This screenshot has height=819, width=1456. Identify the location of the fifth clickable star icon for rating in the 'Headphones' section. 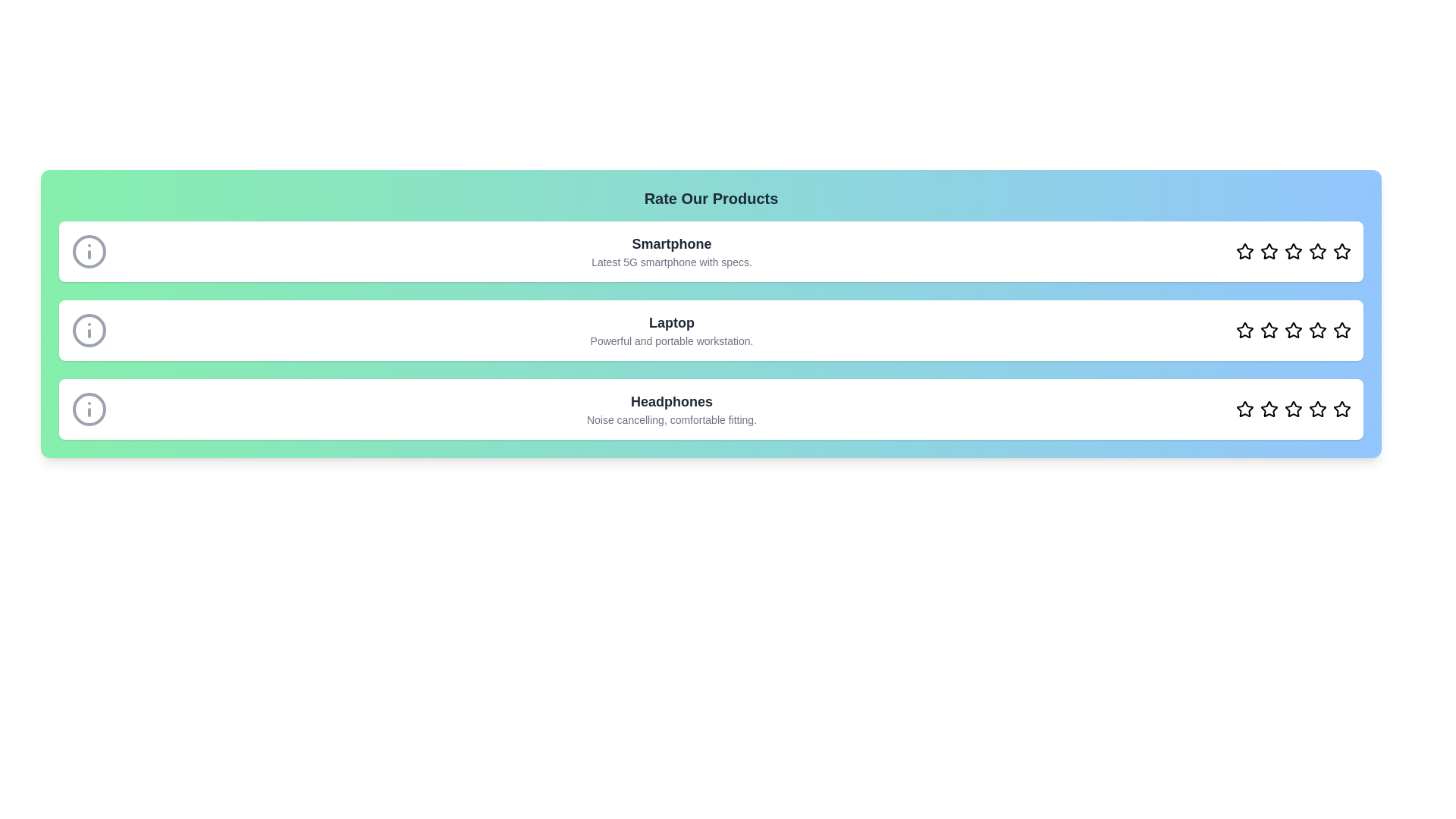
(1316, 409).